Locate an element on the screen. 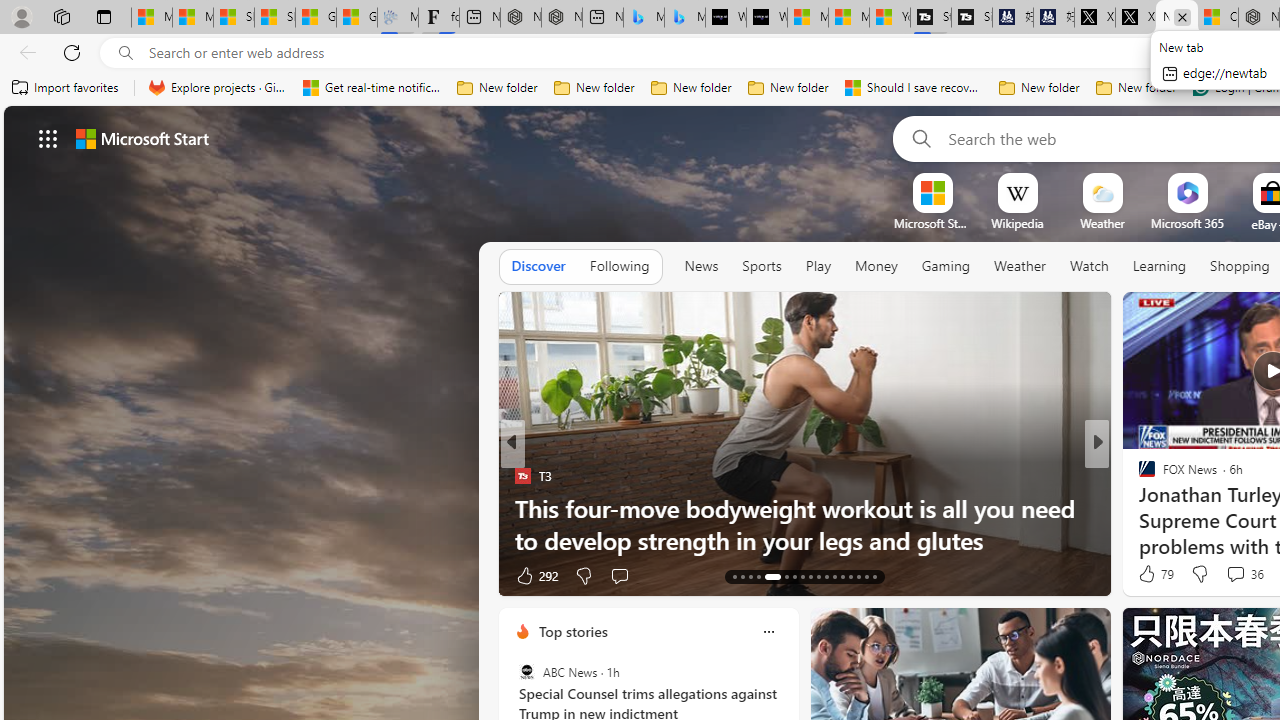 Image resolution: width=1280 pixels, height=720 pixels. 'Shanghai, China weather forecast | Microsoft Weather' is located at coordinates (274, 17).